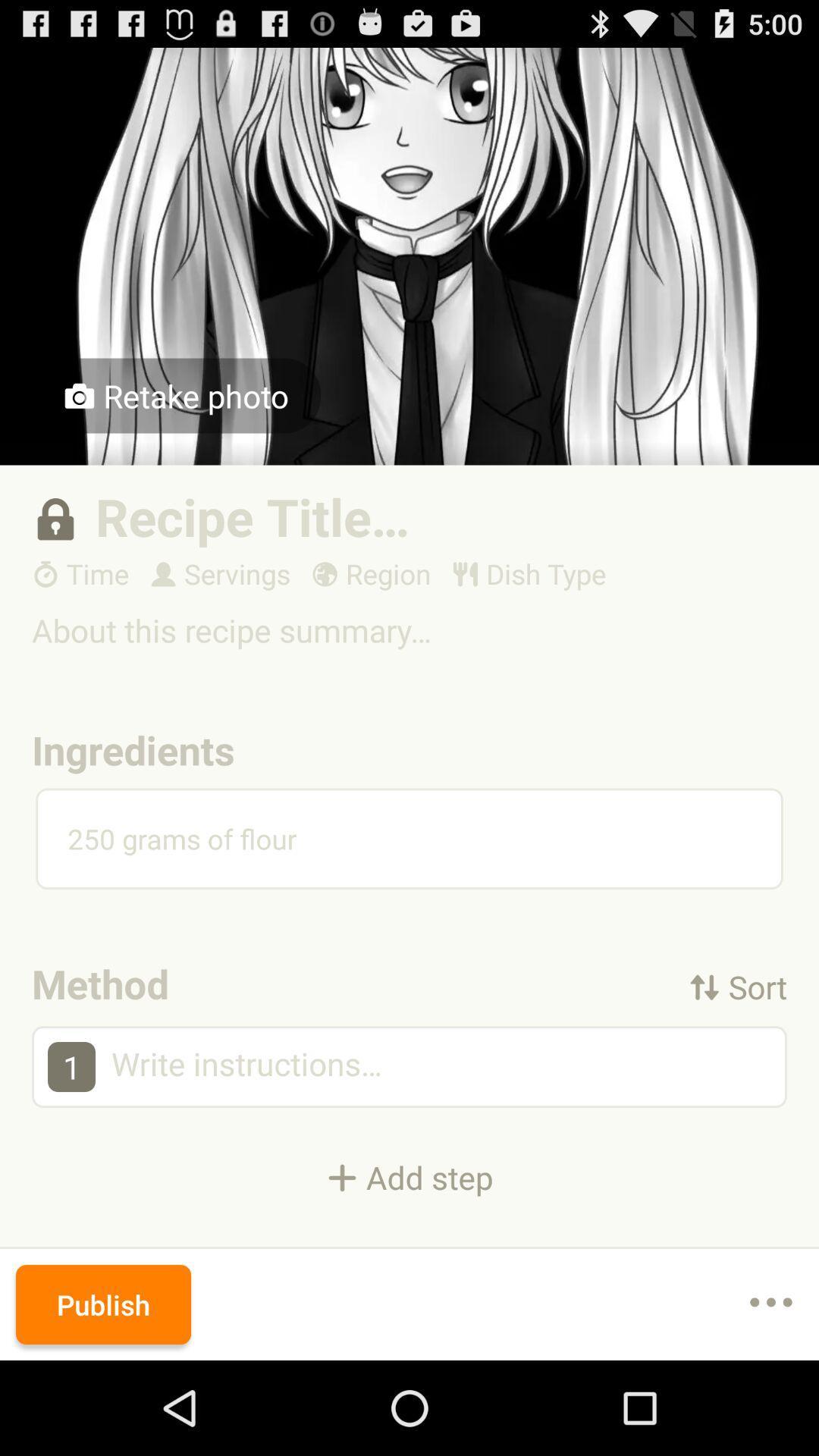  What do you see at coordinates (102, 1304) in the screenshot?
I see `publish icon` at bounding box center [102, 1304].